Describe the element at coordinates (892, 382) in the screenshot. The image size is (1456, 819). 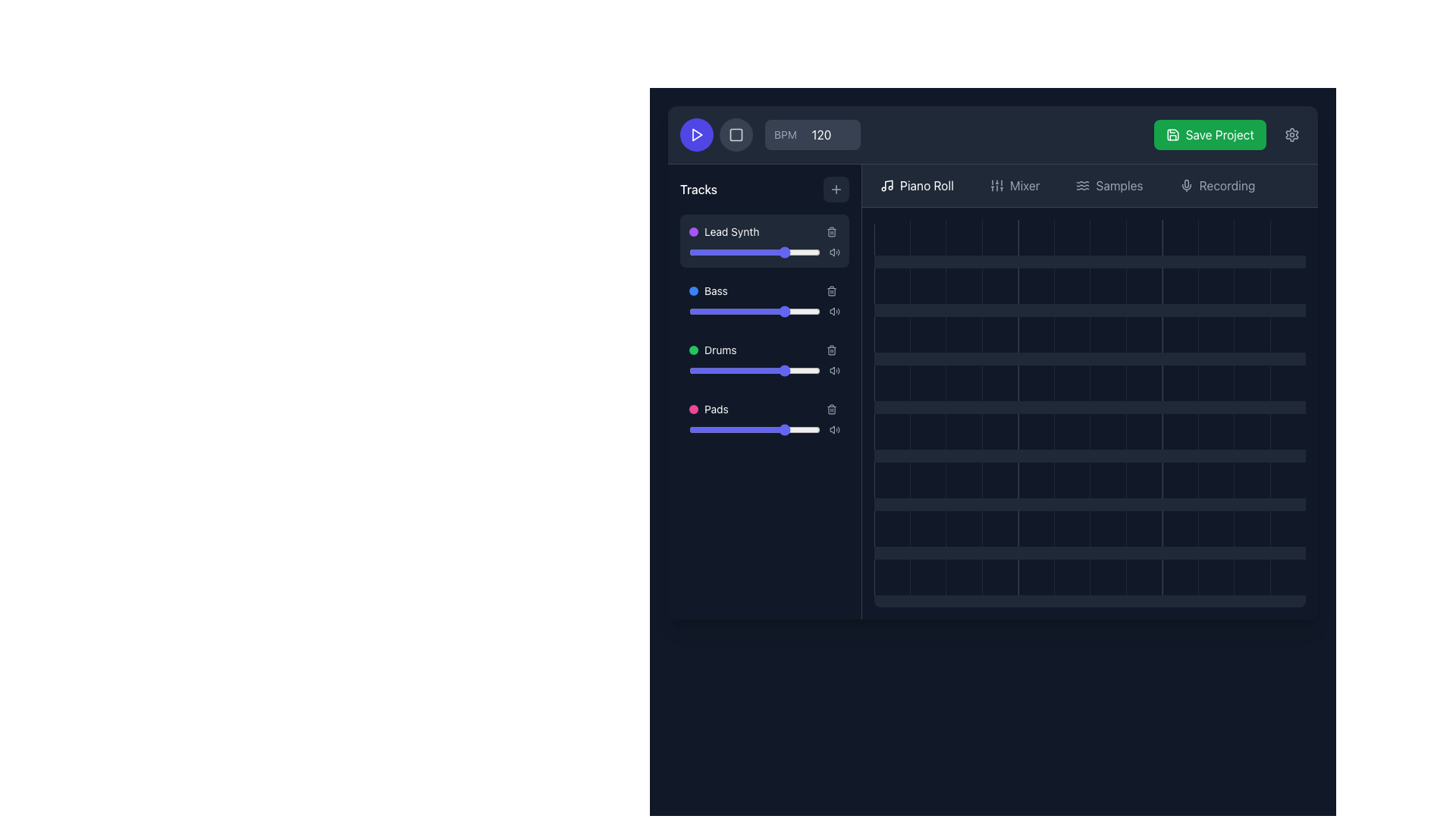
I see `the grid cell located in the fourth row and first column of the grid, which has a dark gray background and a darker left border, to trigger its hover effects` at that location.